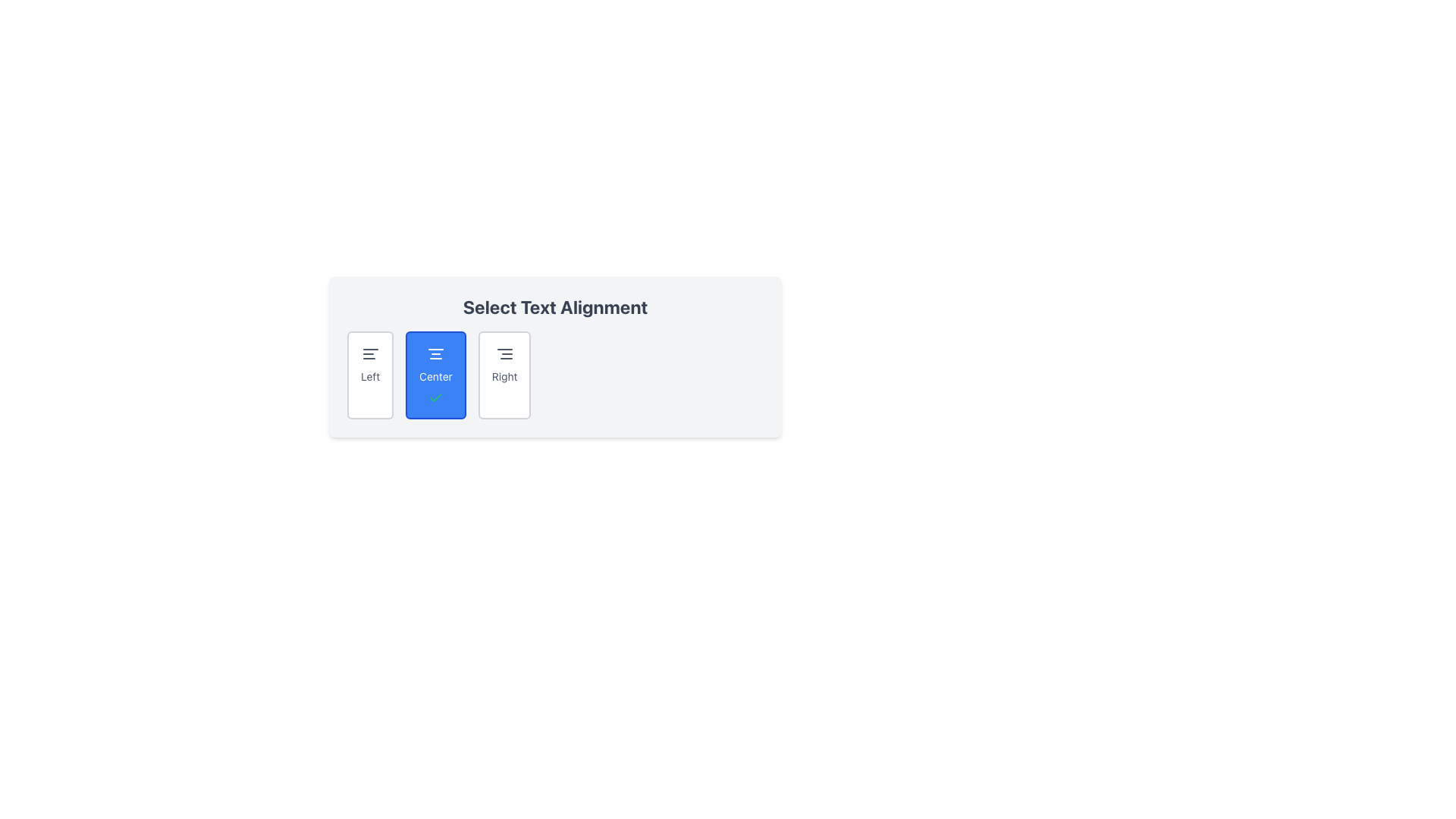  I want to click on the center alignment icon located in the middle of the three alignment selection buttons, which is positioned below the 'Select Text Alignment' title, so click(435, 353).